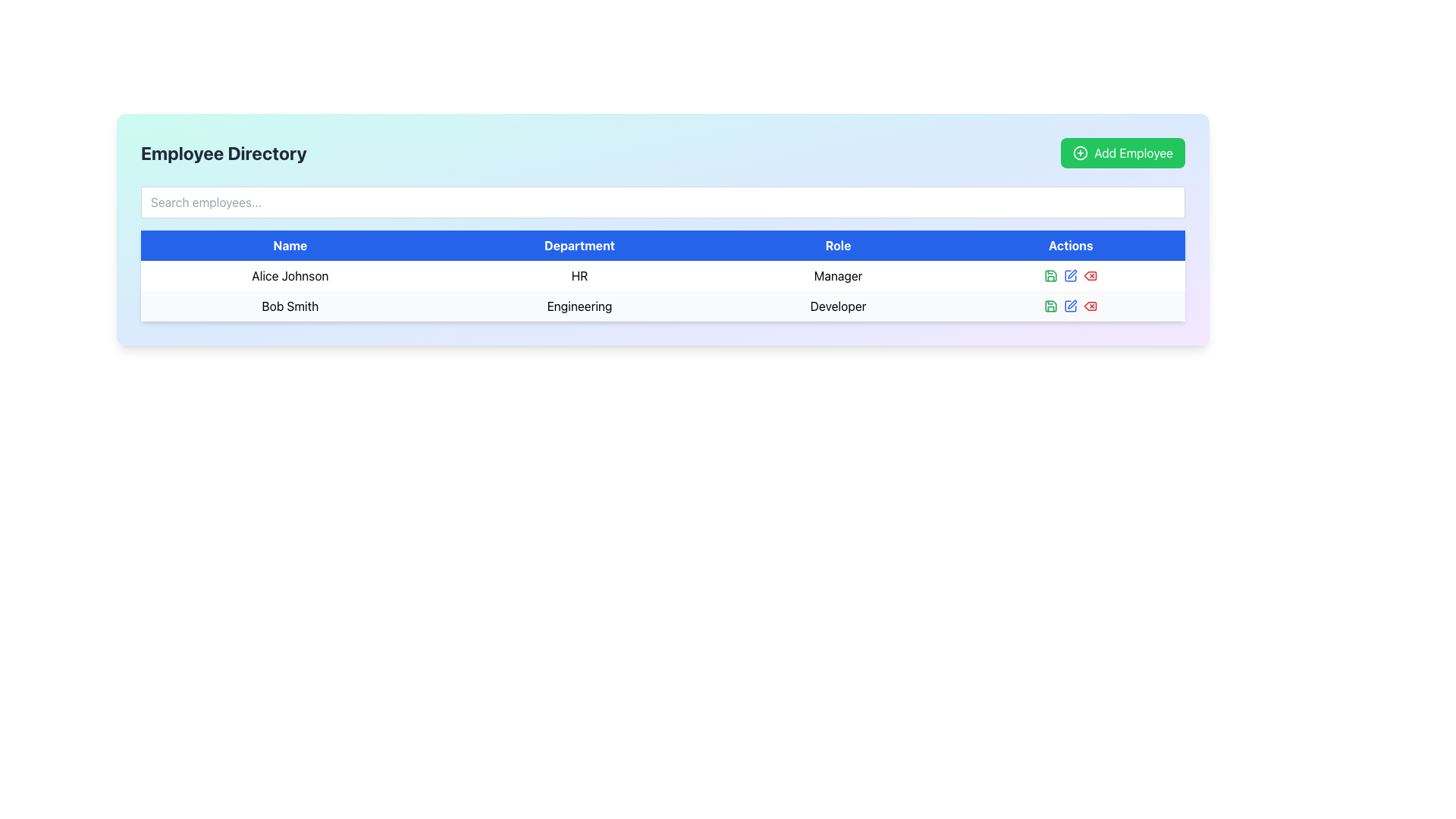 Image resolution: width=1456 pixels, height=819 pixels. What do you see at coordinates (1070, 306) in the screenshot?
I see `the interactive action buttons in the 'Actions' column associated with the 'Bob Smith' row in the employee directory table` at bounding box center [1070, 306].